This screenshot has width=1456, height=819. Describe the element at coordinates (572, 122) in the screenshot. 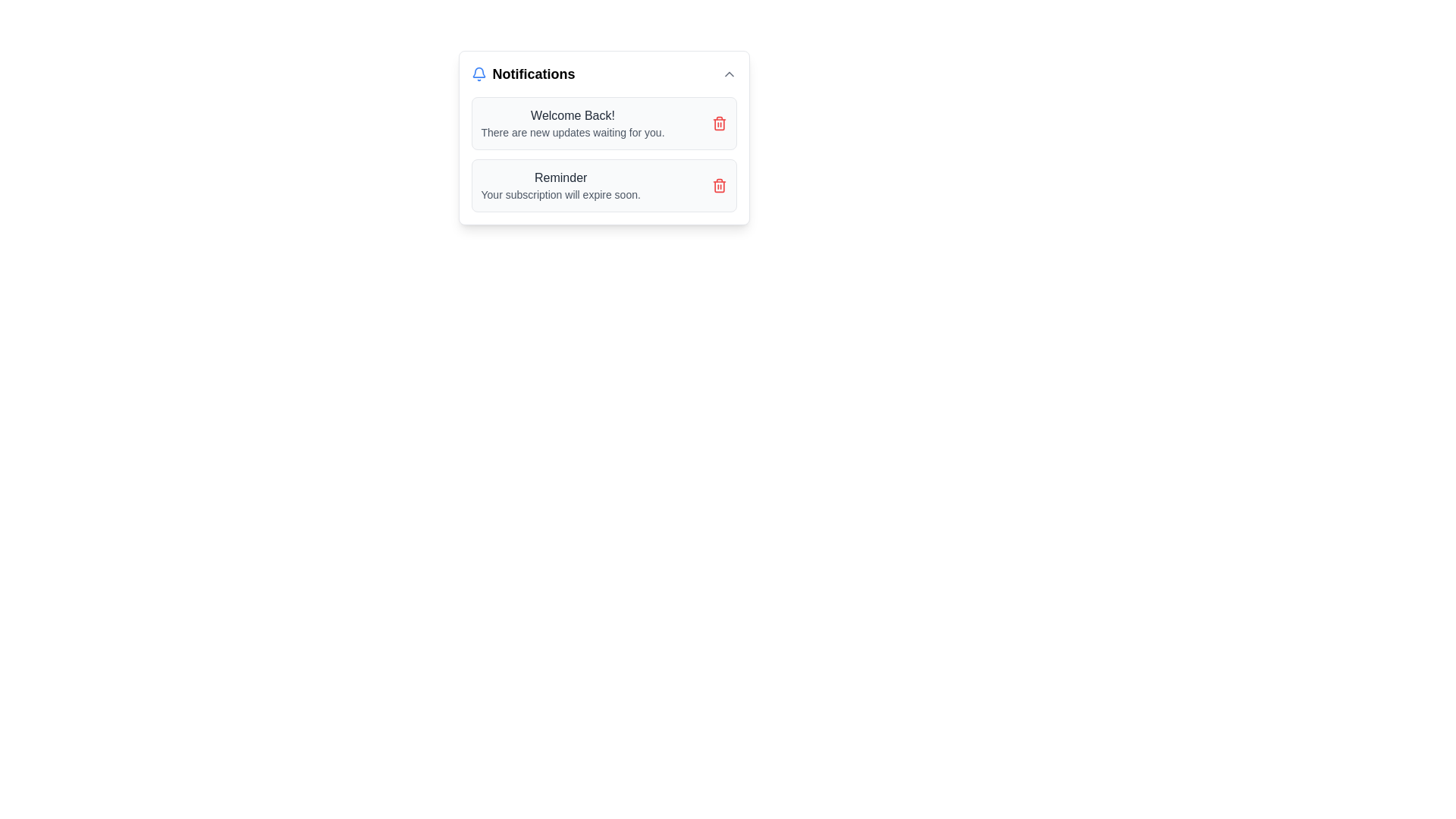

I see `the Text Display element that conveys welcome messages and notifications about new updates, positioned at the top of the notification group` at that location.